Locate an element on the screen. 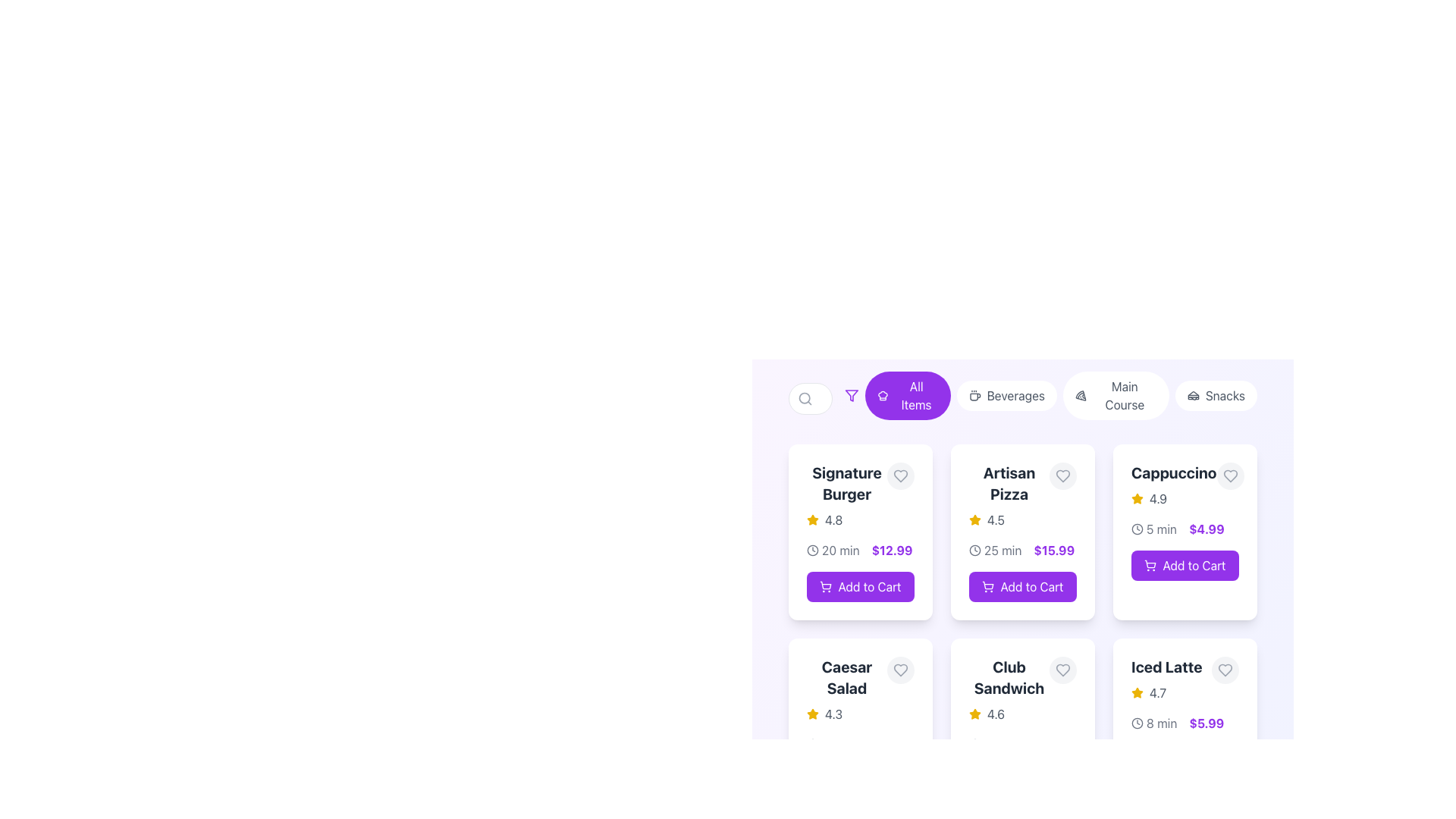 The height and width of the screenshot is (819, 1456). the text display component showing '8 min' and '$5.99' on the 'Iced Latte' card located in the bottom-right corner of the product cards is located at coordinates (1185, 722).